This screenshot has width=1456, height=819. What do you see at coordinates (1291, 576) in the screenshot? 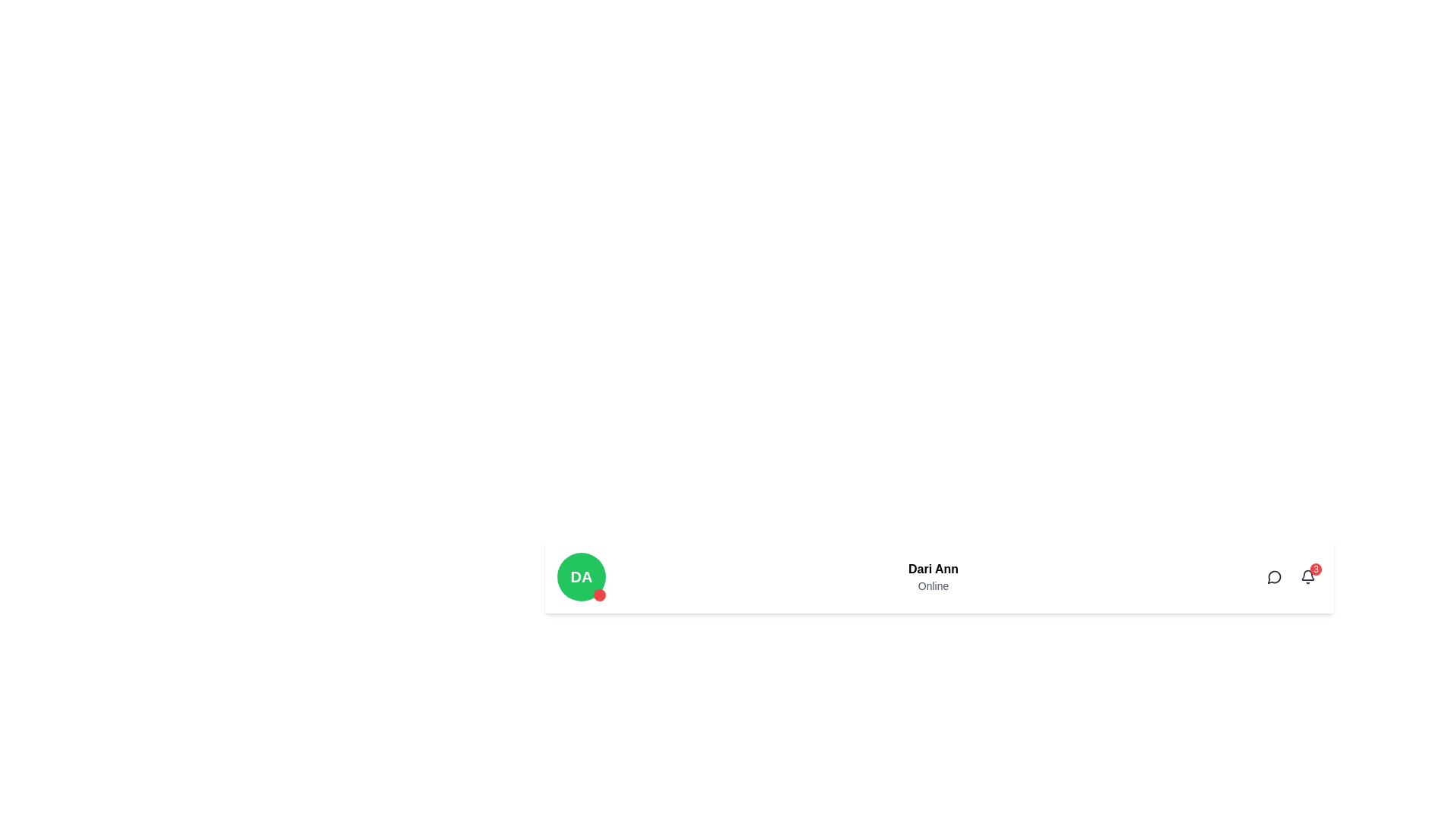
I see `the notification badge displaying the number '3' with a red circular background, located at the top-right corner of the bell icon on the right side of the content card` at bounding box center [1291, 576].